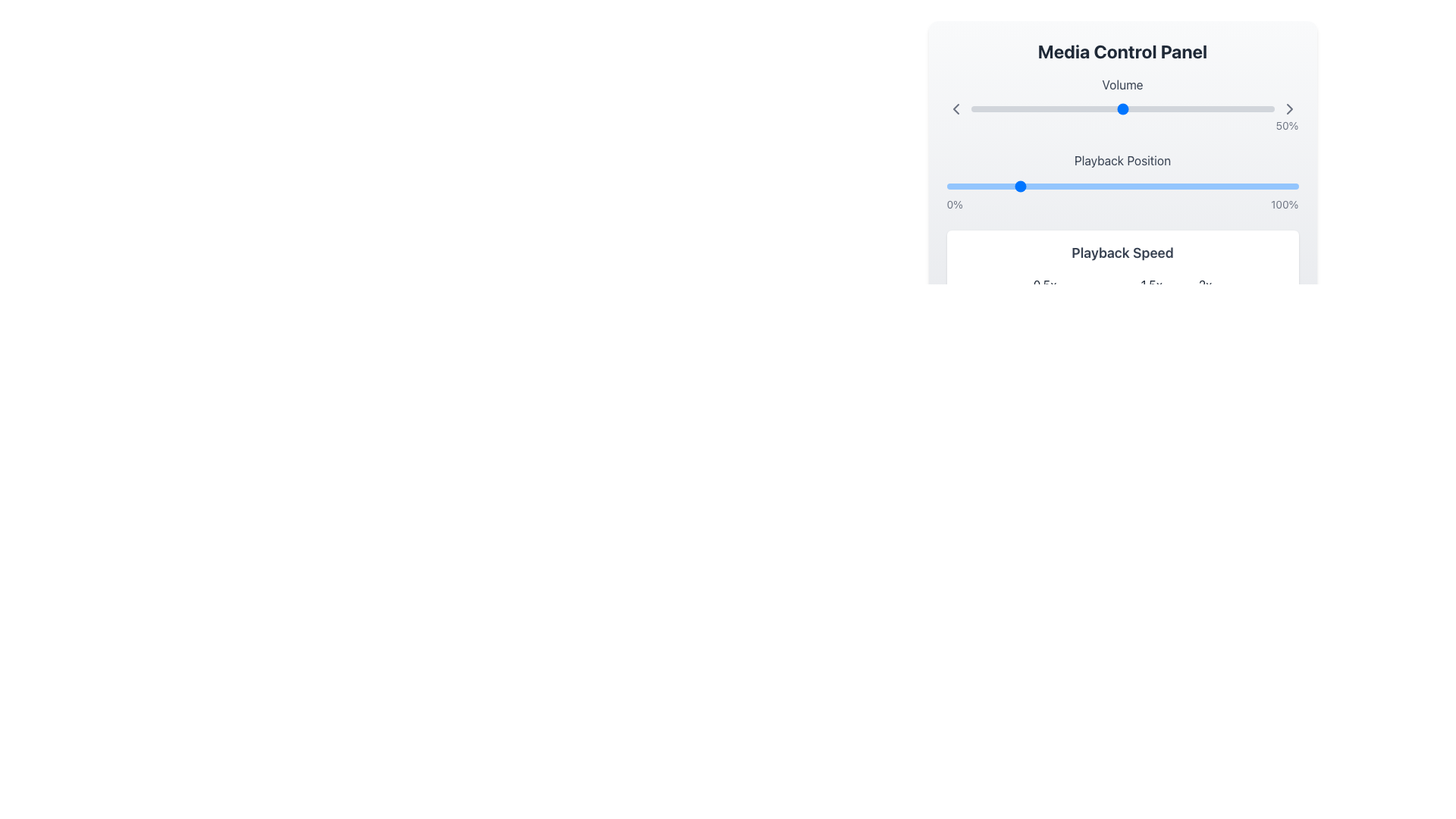  What do you see at coordinates (1185, 108) in the screenshot?
I see `the volume level` at bounding box center [1185, 108].